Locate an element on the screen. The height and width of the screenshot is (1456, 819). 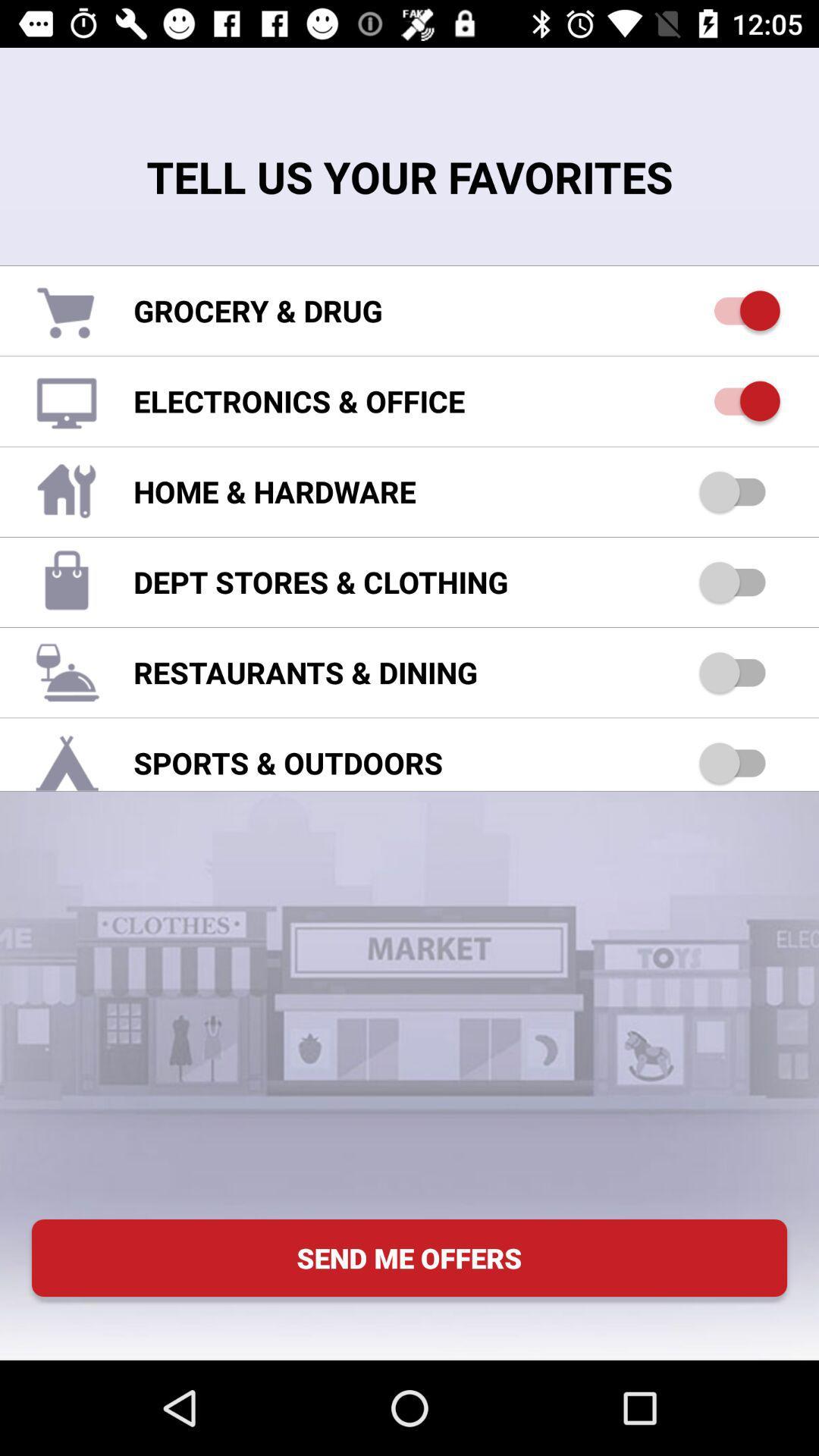
home hardware option is located at coordinates (739, 491).